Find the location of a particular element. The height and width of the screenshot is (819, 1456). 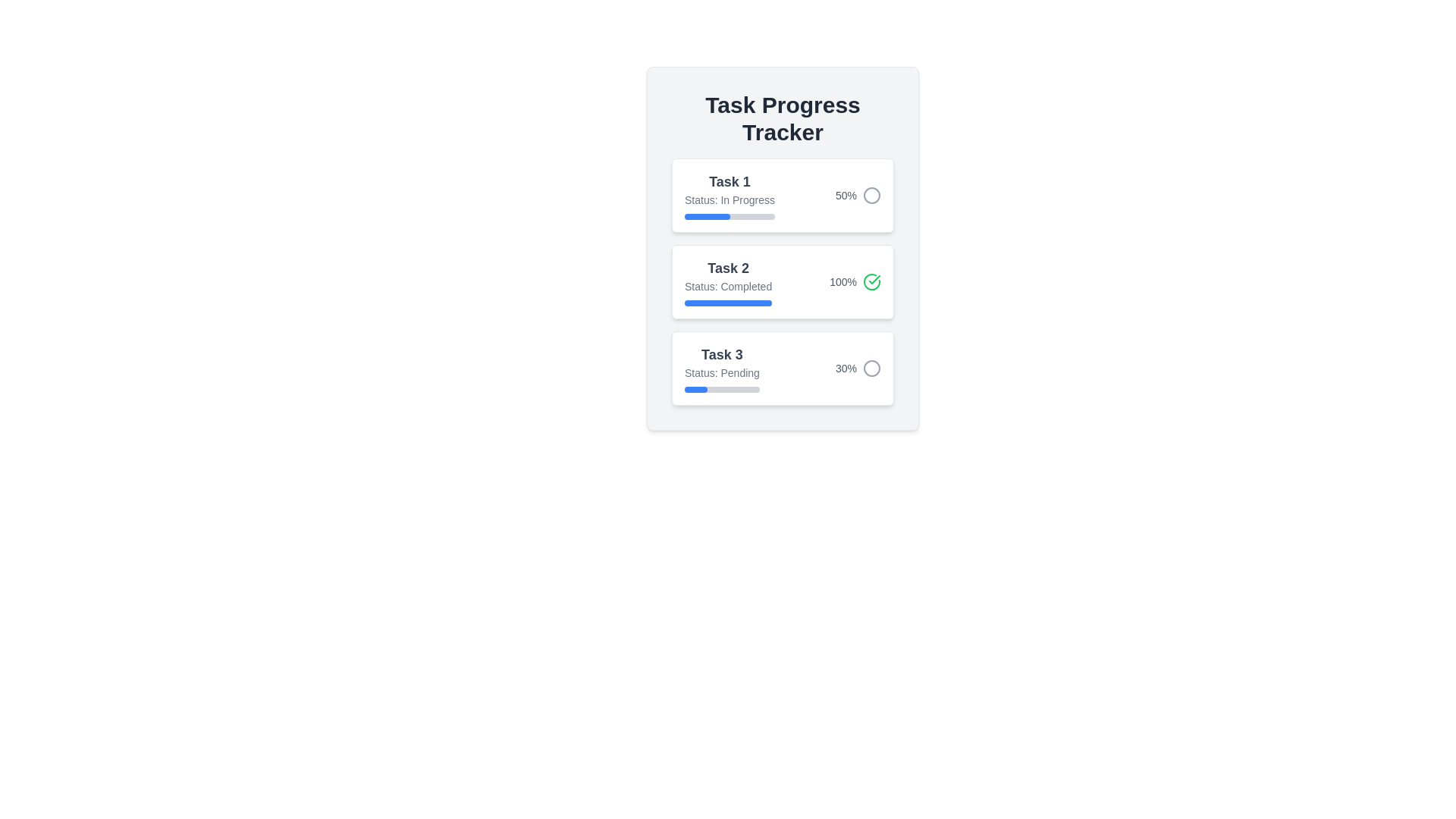

the state of the blue progress bar, which is horizontally centered beneath the 'Task 1' block and occupies 50% of its gray tracking bar is located at coordinates (706, 216).